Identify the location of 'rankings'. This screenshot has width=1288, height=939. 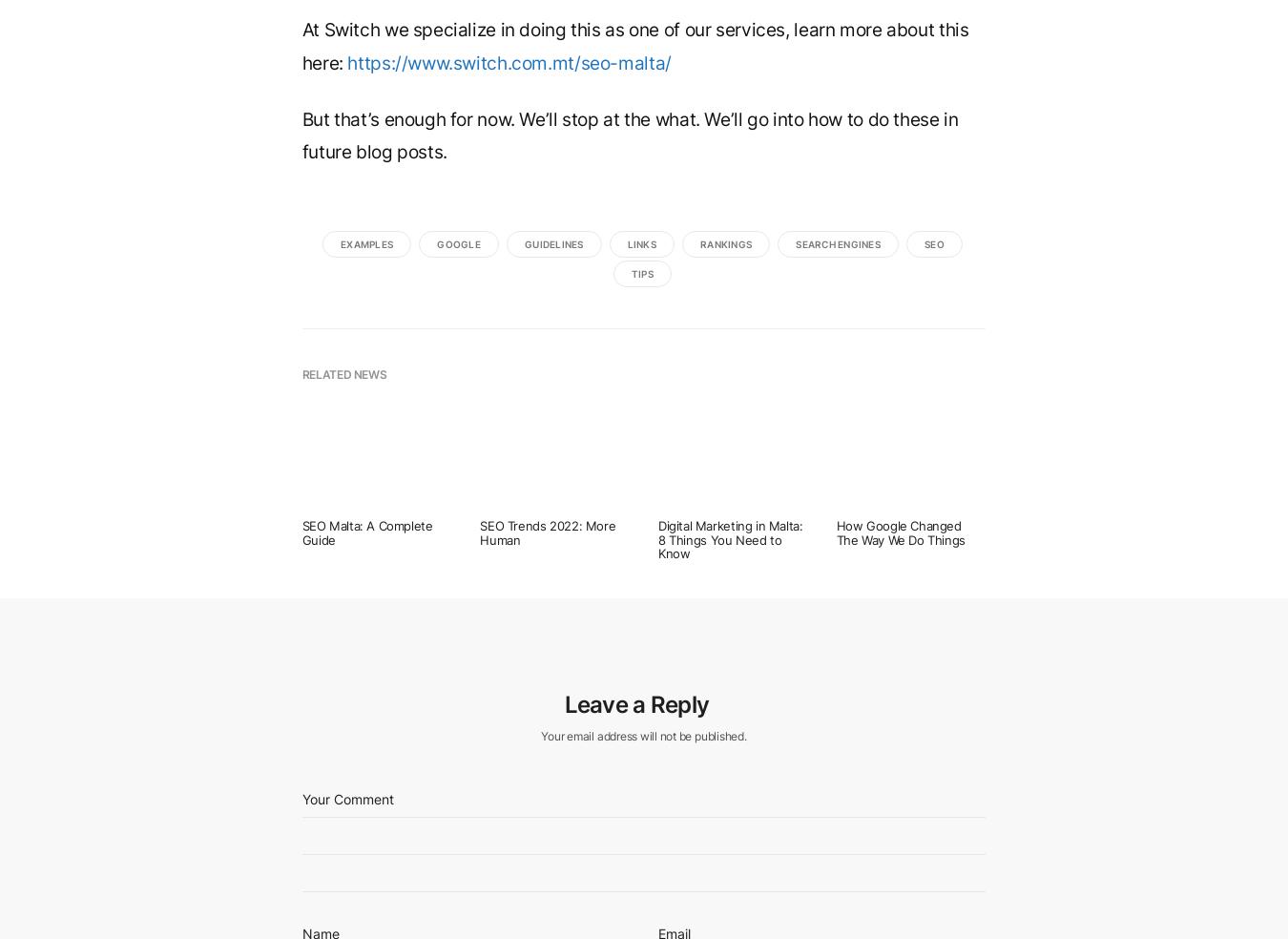
(724, 241).